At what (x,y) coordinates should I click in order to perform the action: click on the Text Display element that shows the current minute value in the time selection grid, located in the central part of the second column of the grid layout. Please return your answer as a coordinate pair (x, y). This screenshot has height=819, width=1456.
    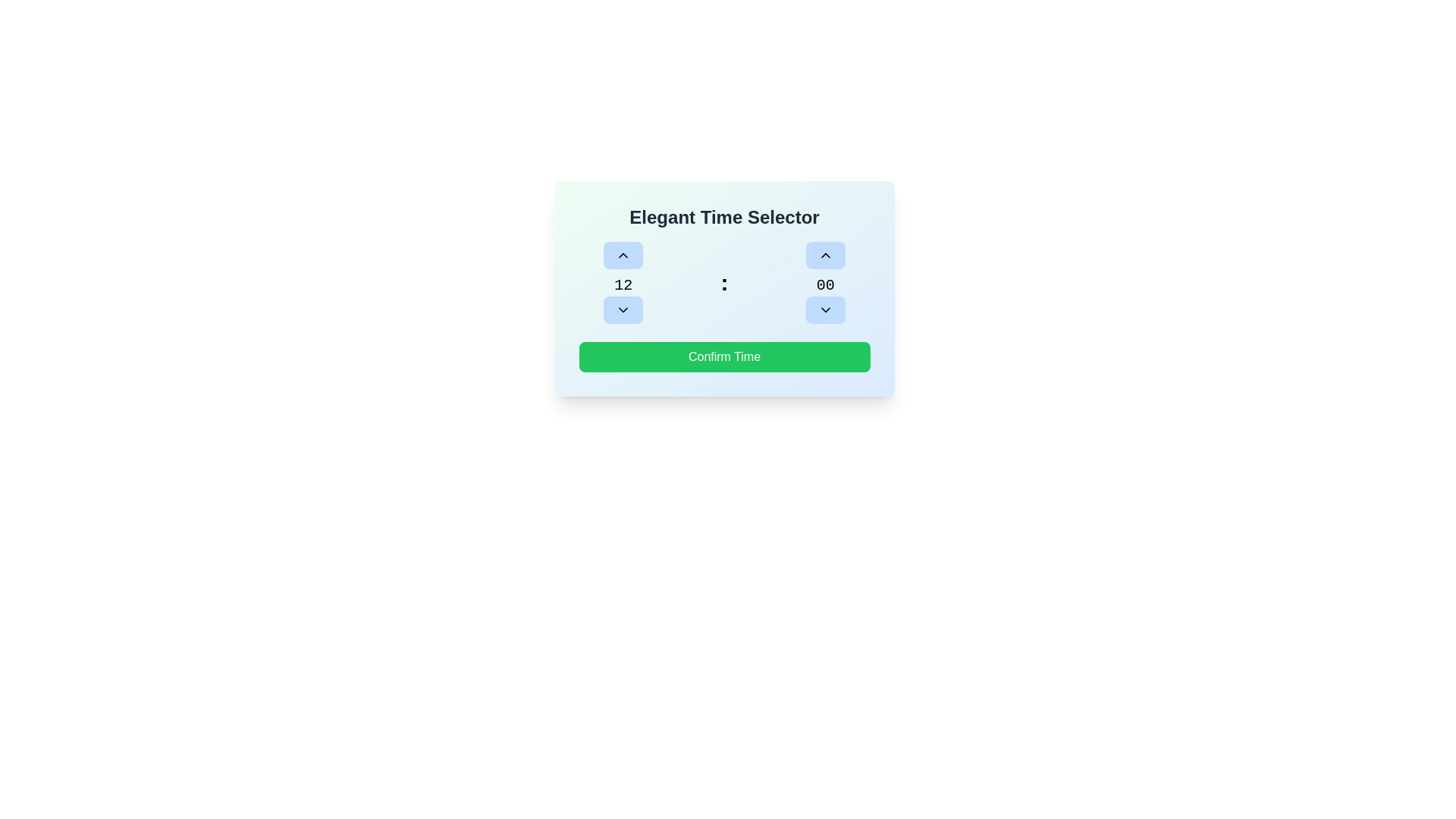
    Looking at the image, I should click on (824, 283).